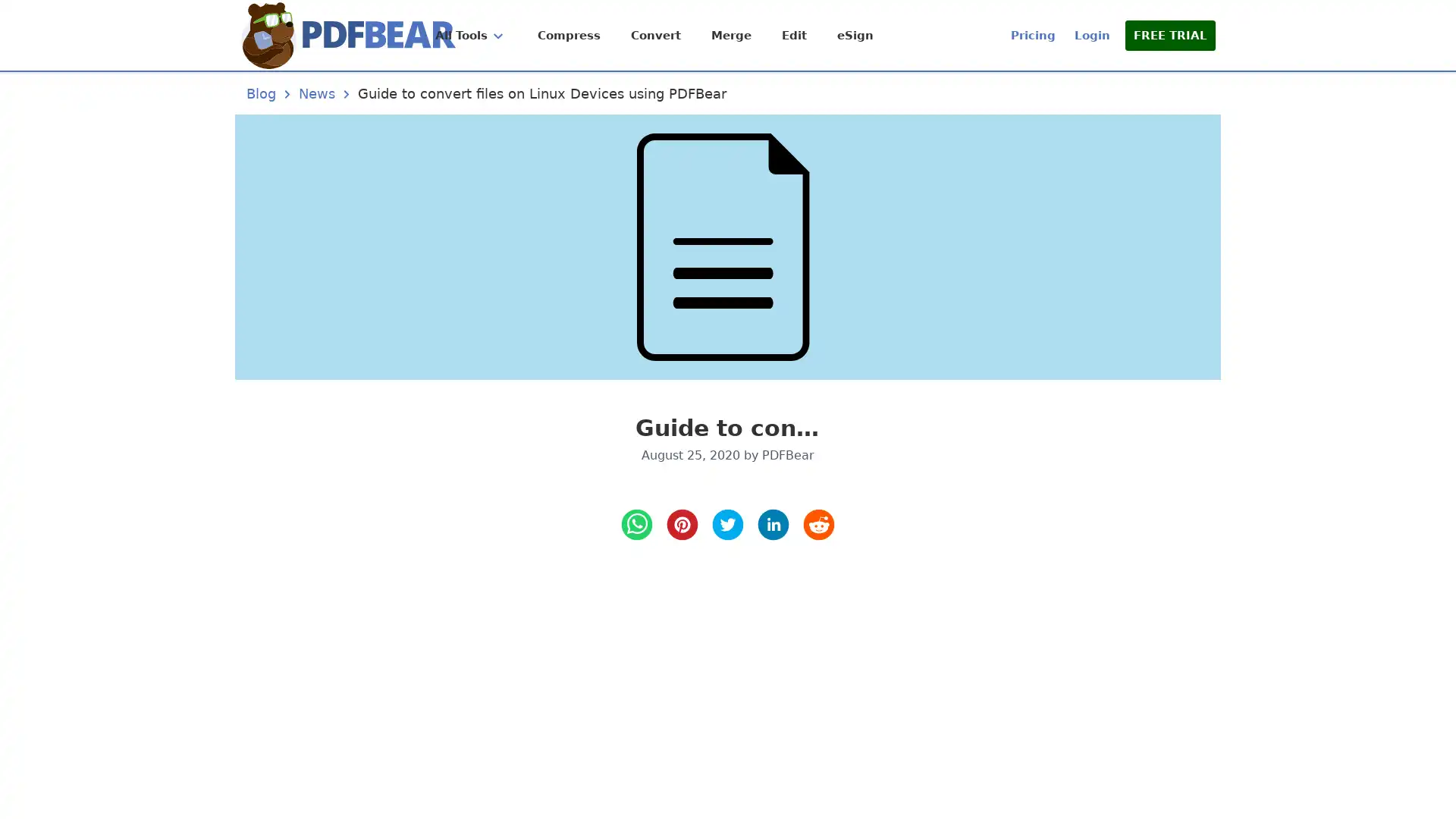  What do you see at coordinates (261, 93) in the screenshot?
I see `Blog` at bounding box center [261, 93].